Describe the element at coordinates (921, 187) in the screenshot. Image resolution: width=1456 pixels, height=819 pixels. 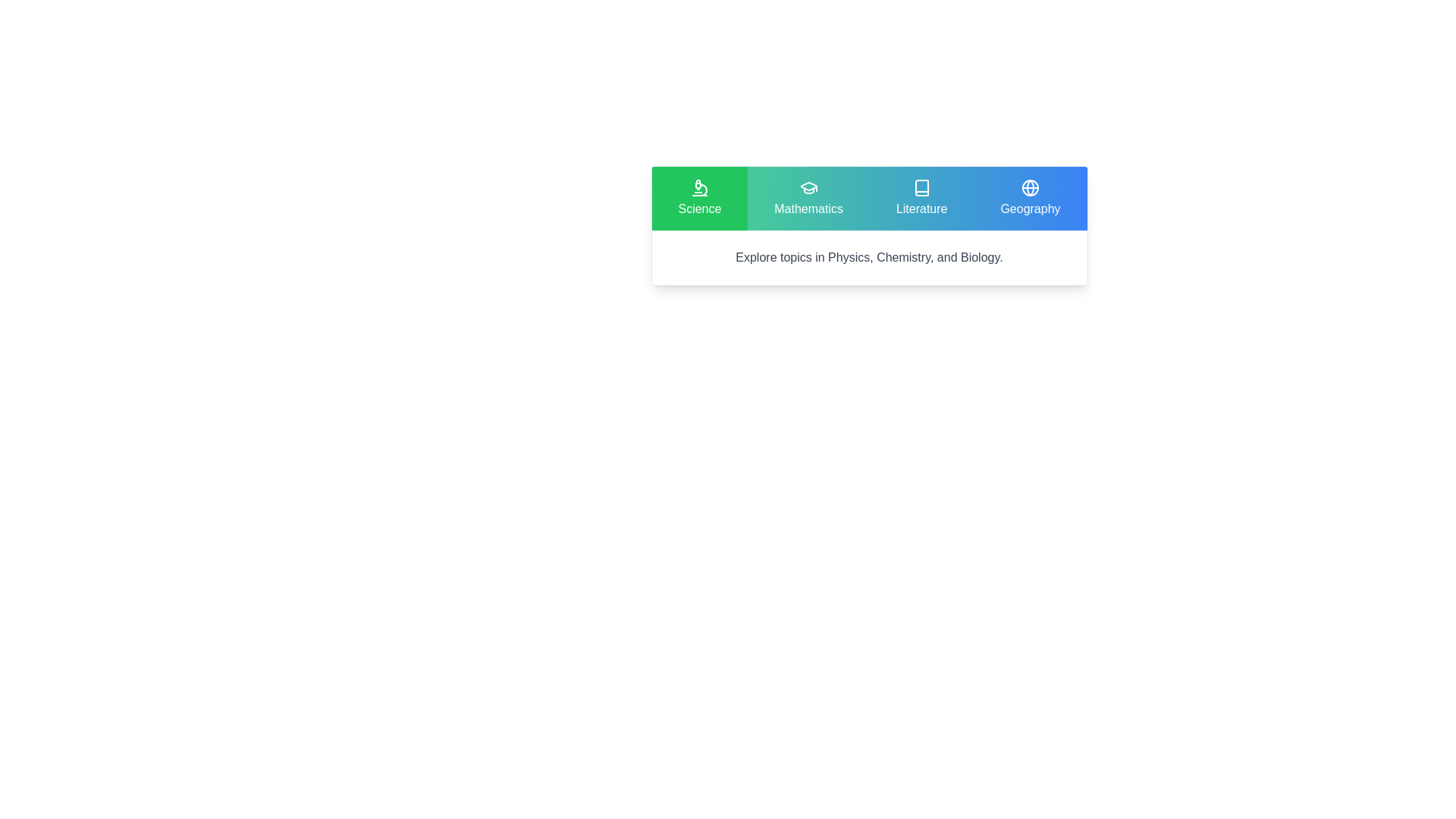
I see `the Literature button icon that resembles a book with a refined, outlined design, styled in white against a vivid blue background` at that location.